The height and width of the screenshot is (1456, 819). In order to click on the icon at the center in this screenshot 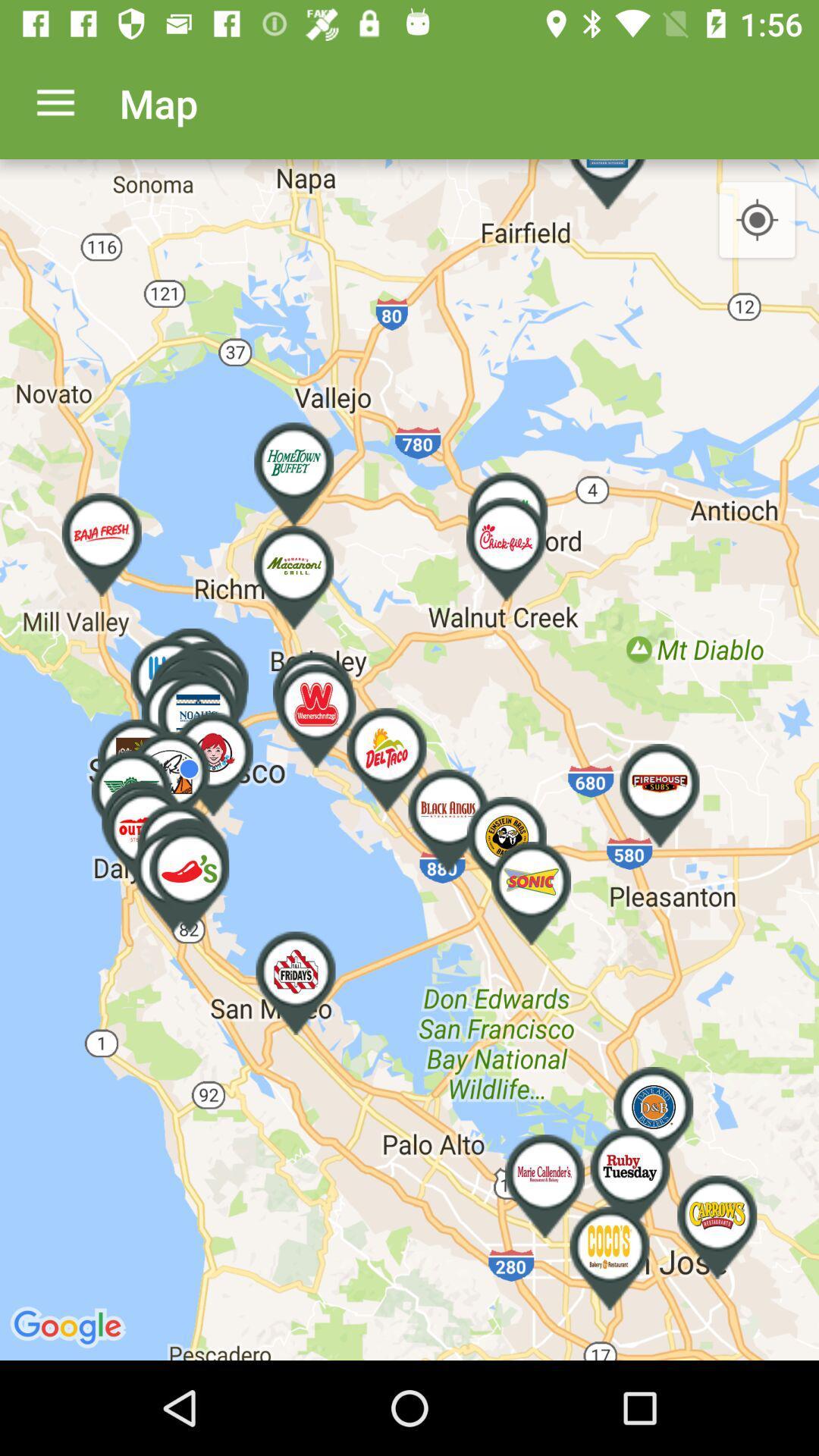, I will do `click(409, 760)`.